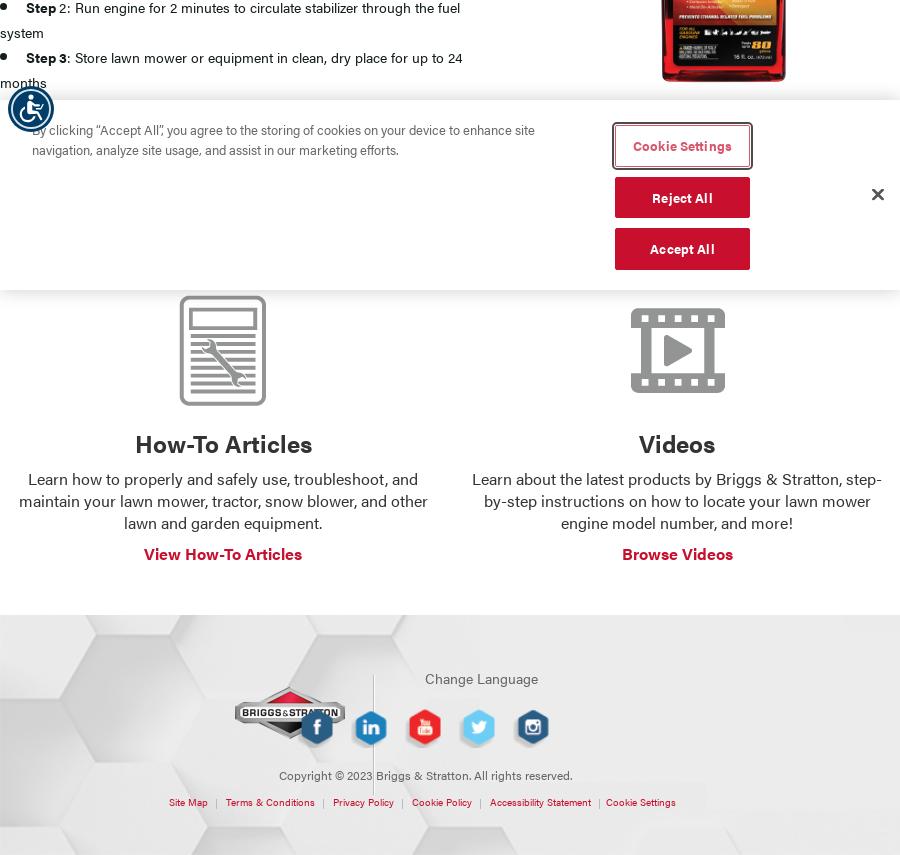 Image resolution: width=900 pixels, height=855 pixels. I want to click on 'Cookie Settings', so click(605, 801).